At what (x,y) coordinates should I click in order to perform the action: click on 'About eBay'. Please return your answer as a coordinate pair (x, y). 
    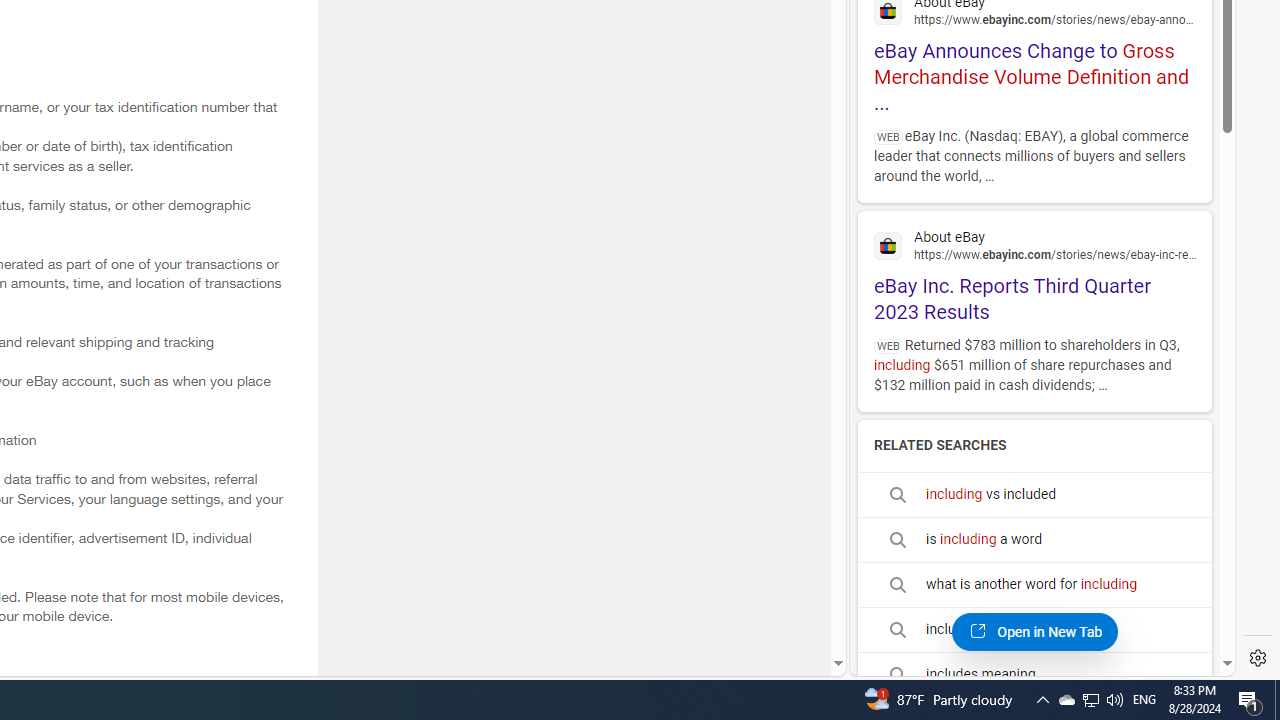
    Looking at the image, I should click on (1034, 243).